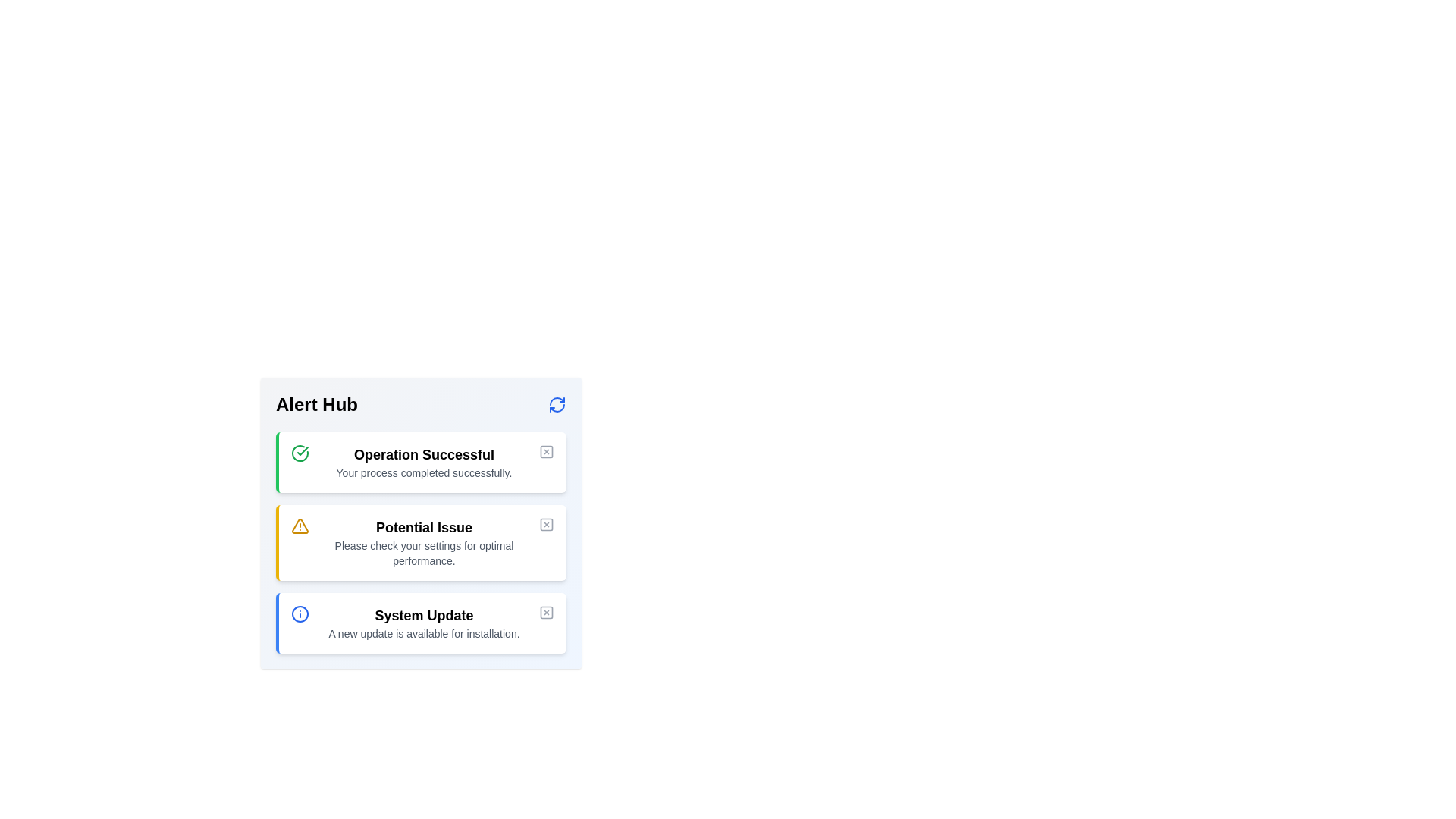  I want to click on message in the notification block titled 'Potential Issue', which is indicated by a yellow bar on its left edge and contains the message 'Please check your settings for optimal performance.', so click(421, 542).